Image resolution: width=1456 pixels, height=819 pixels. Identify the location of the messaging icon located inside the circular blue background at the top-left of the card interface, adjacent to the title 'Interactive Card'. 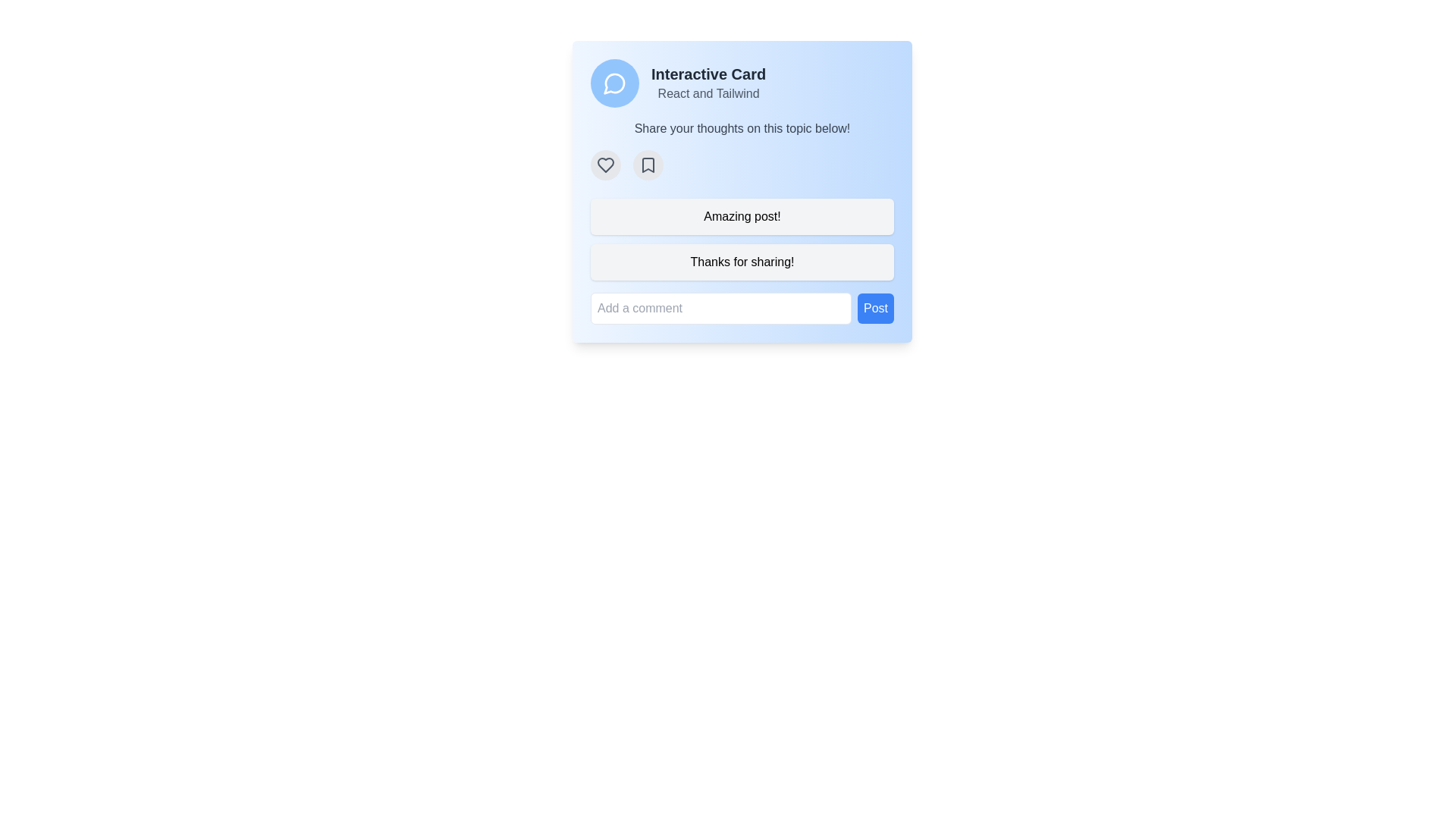
(615, 83).